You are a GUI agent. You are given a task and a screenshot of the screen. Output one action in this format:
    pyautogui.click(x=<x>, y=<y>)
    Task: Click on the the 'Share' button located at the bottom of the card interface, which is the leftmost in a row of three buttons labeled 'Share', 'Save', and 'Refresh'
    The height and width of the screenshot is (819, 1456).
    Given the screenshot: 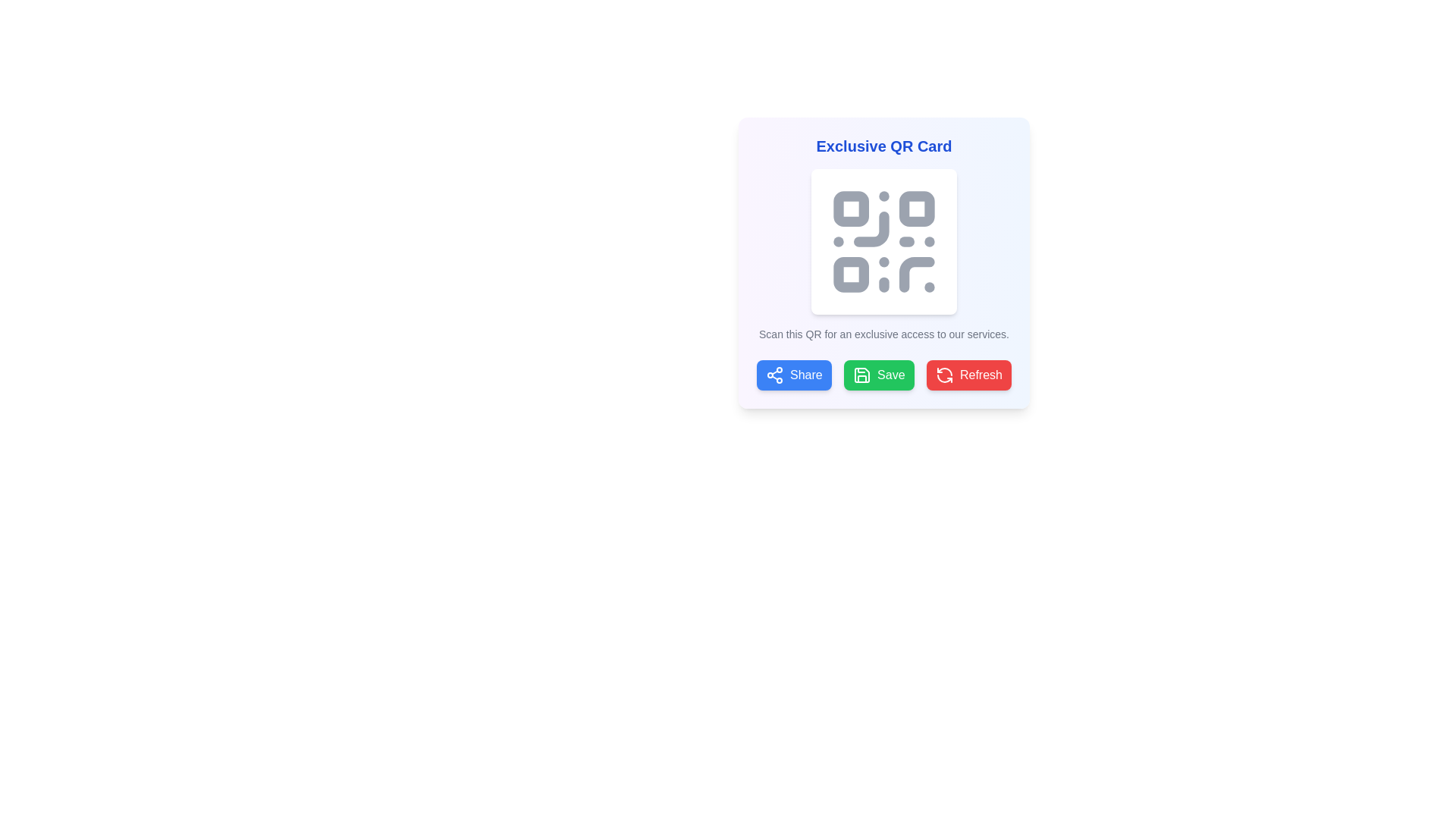 What is the action you would take?
    pyautogui.click(x=793, y=375)
    